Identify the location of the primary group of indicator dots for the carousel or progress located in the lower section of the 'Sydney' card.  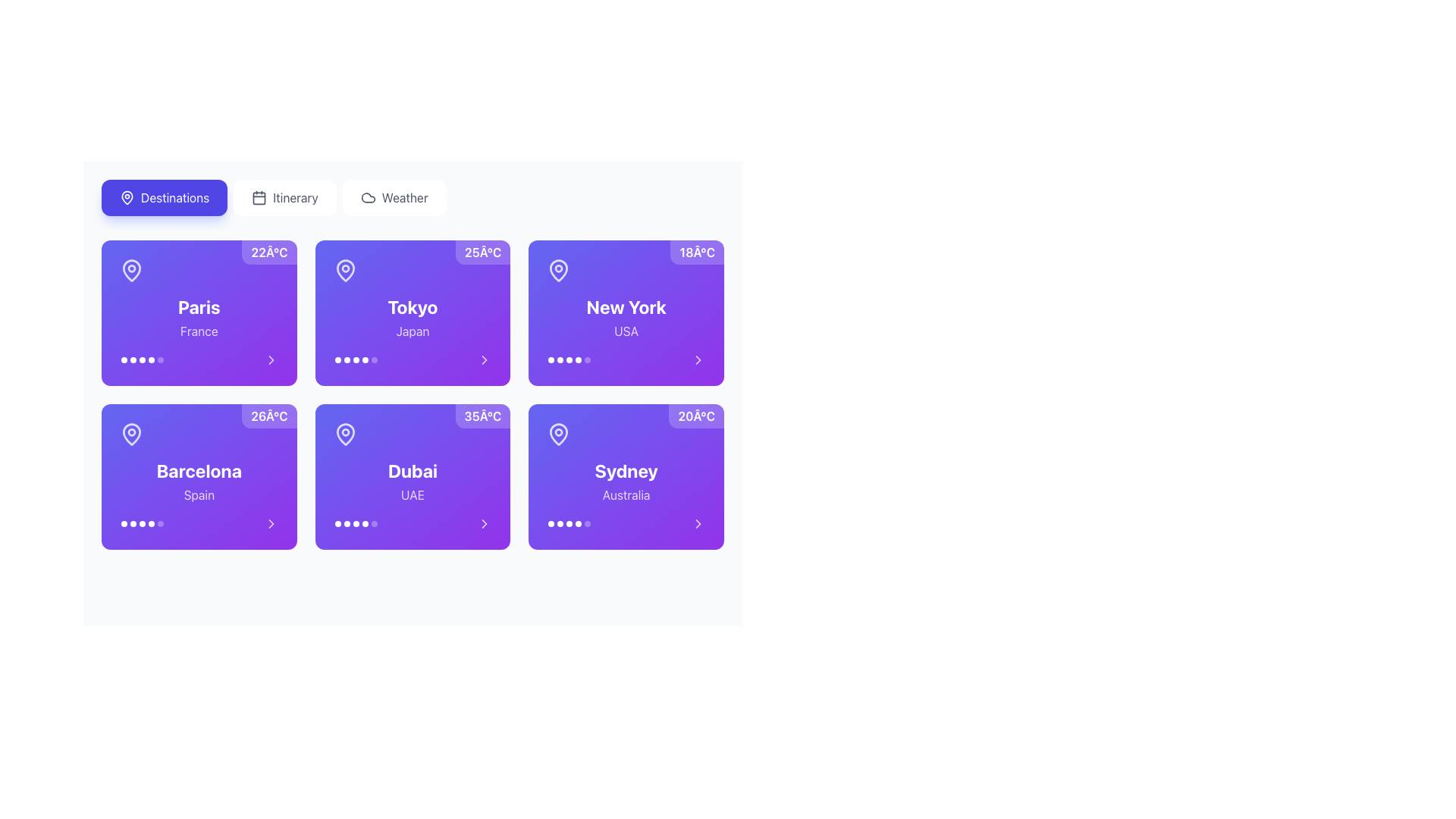
(569, 522).